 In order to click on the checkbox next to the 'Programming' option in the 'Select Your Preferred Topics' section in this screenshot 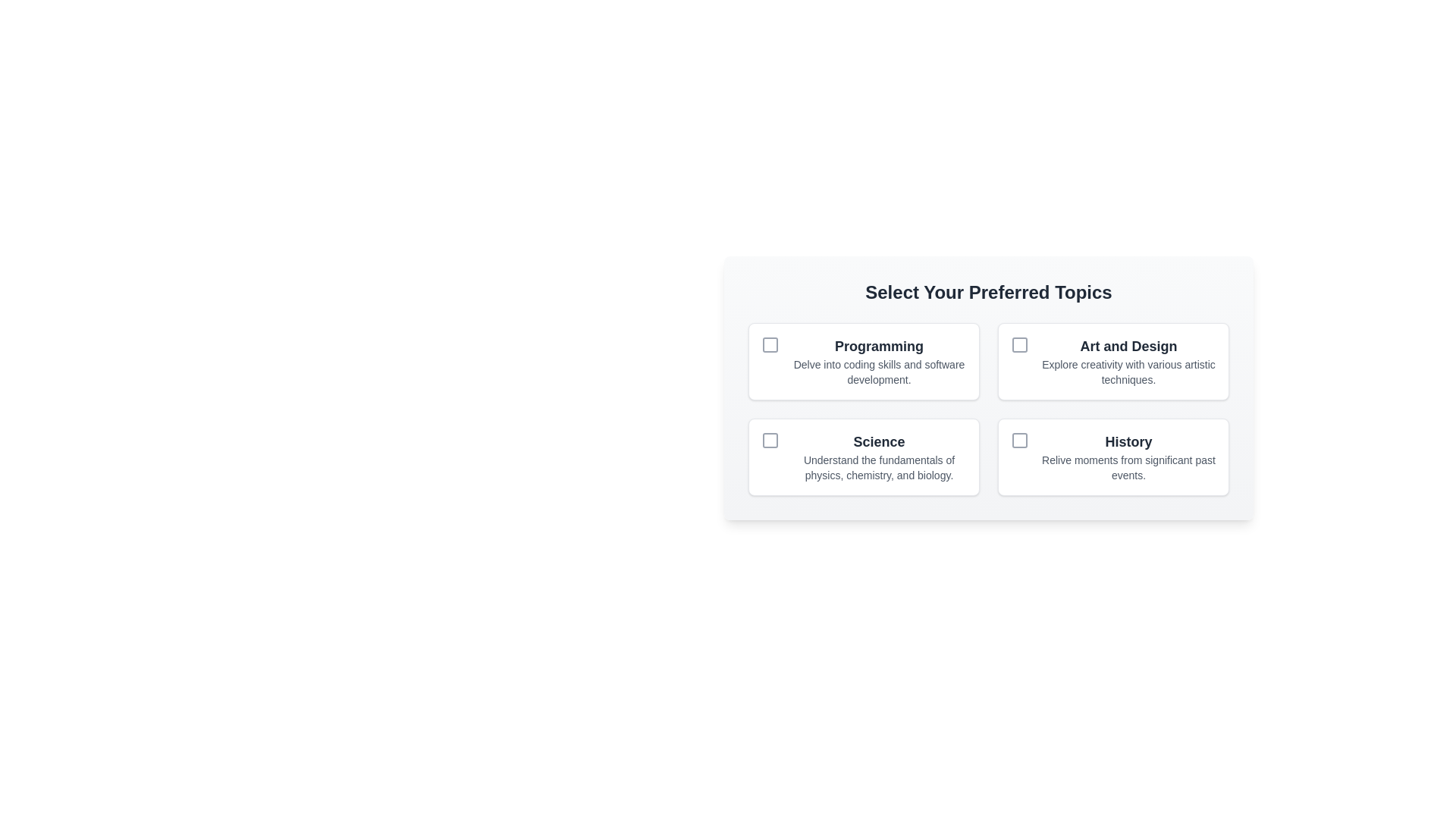, I will do `click(770, 345)`.